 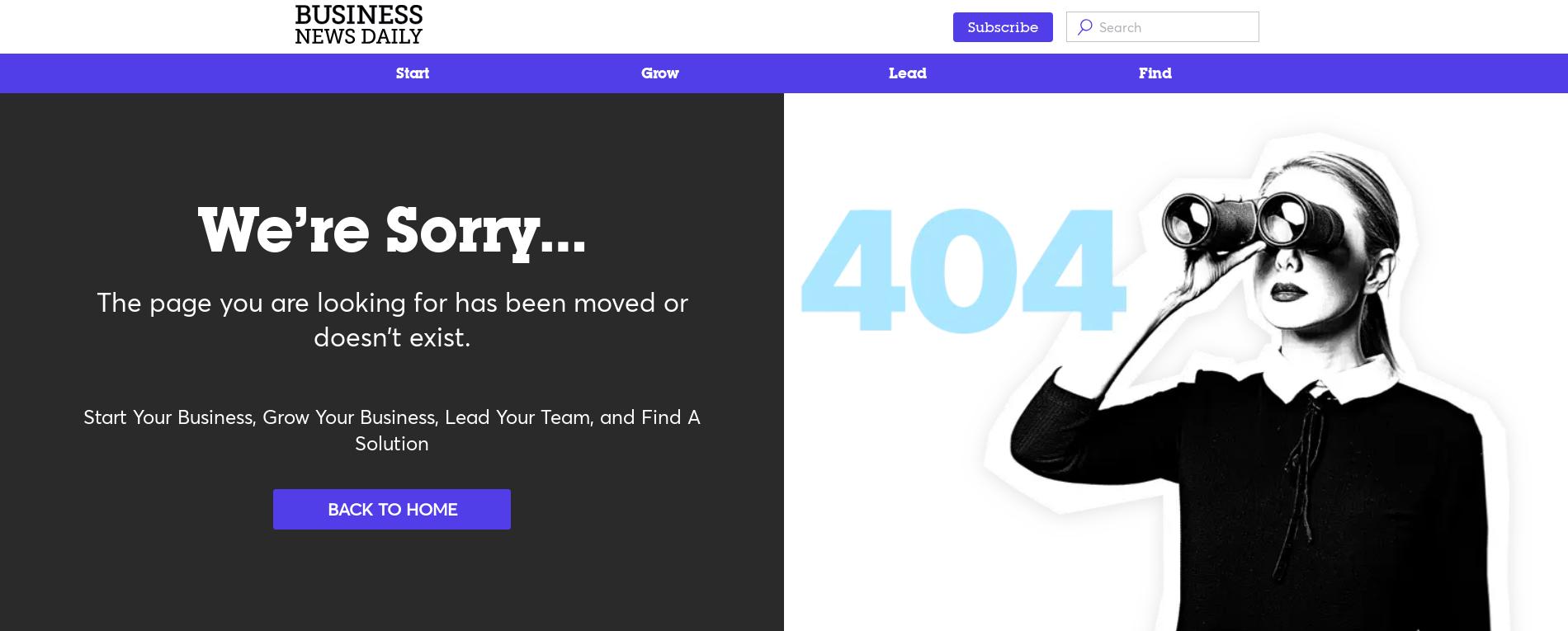 What do you see at coordinates (1012, 473) in the screenshot?
I see `'Business.com'` at bounding box center [1012, 473].